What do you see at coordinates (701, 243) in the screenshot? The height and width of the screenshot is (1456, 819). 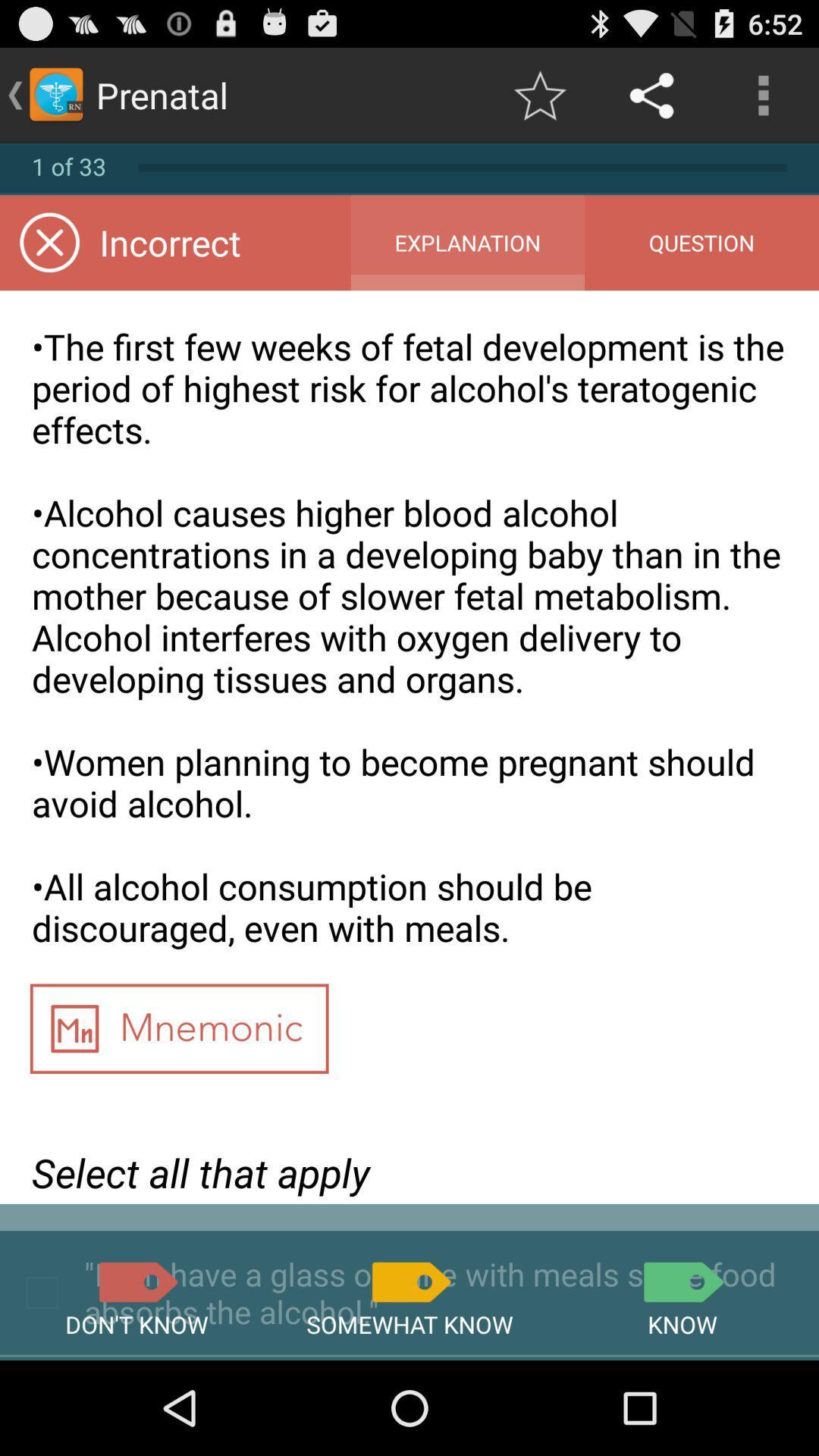 I see `the question` at bounding box center [701, 243].